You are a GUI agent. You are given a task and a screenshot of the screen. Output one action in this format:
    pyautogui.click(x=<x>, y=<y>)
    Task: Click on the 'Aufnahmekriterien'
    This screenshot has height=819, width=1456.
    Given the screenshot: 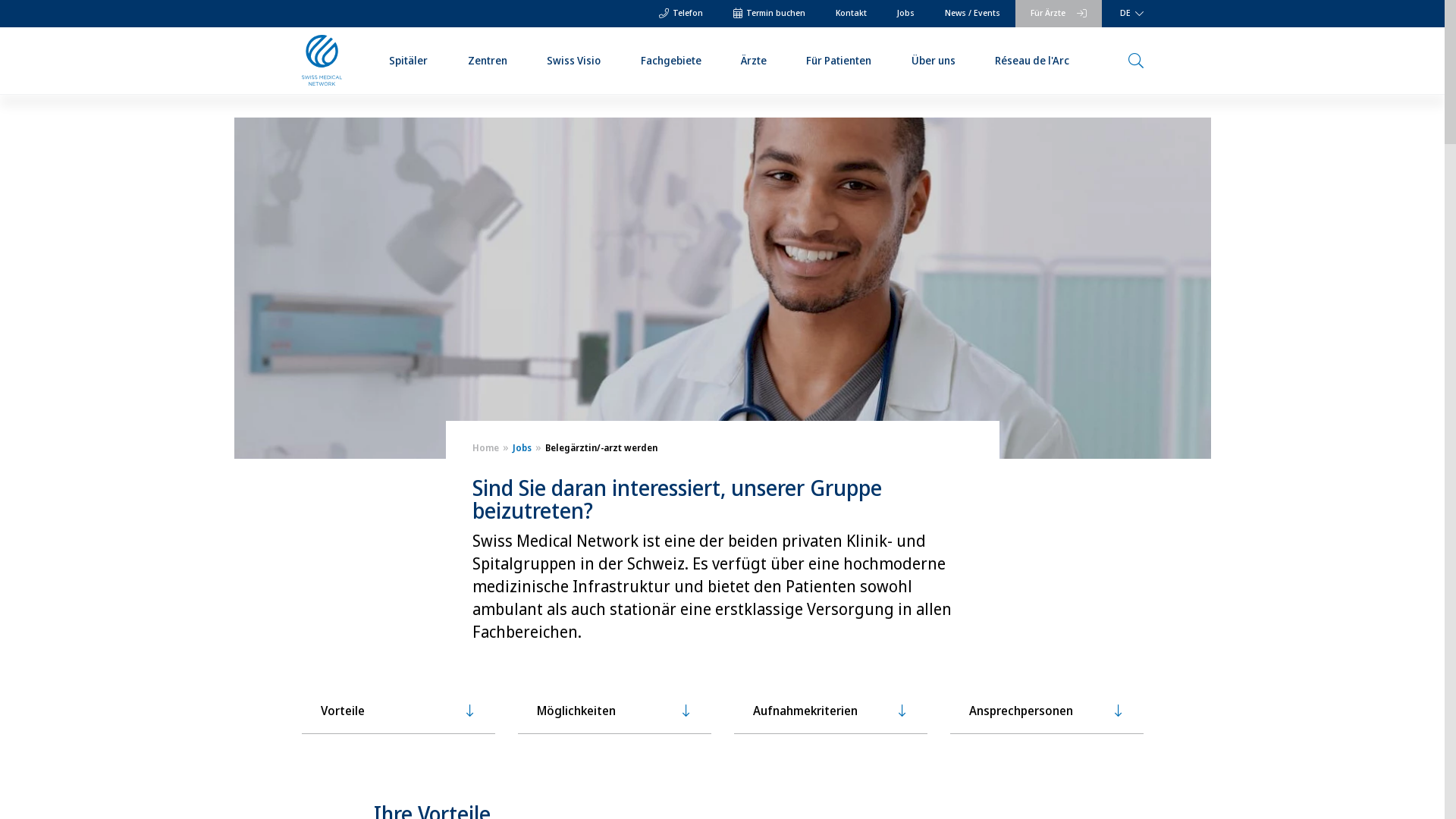 What is the action you would take?
    pyautogui.click(x=830, y=711)
    